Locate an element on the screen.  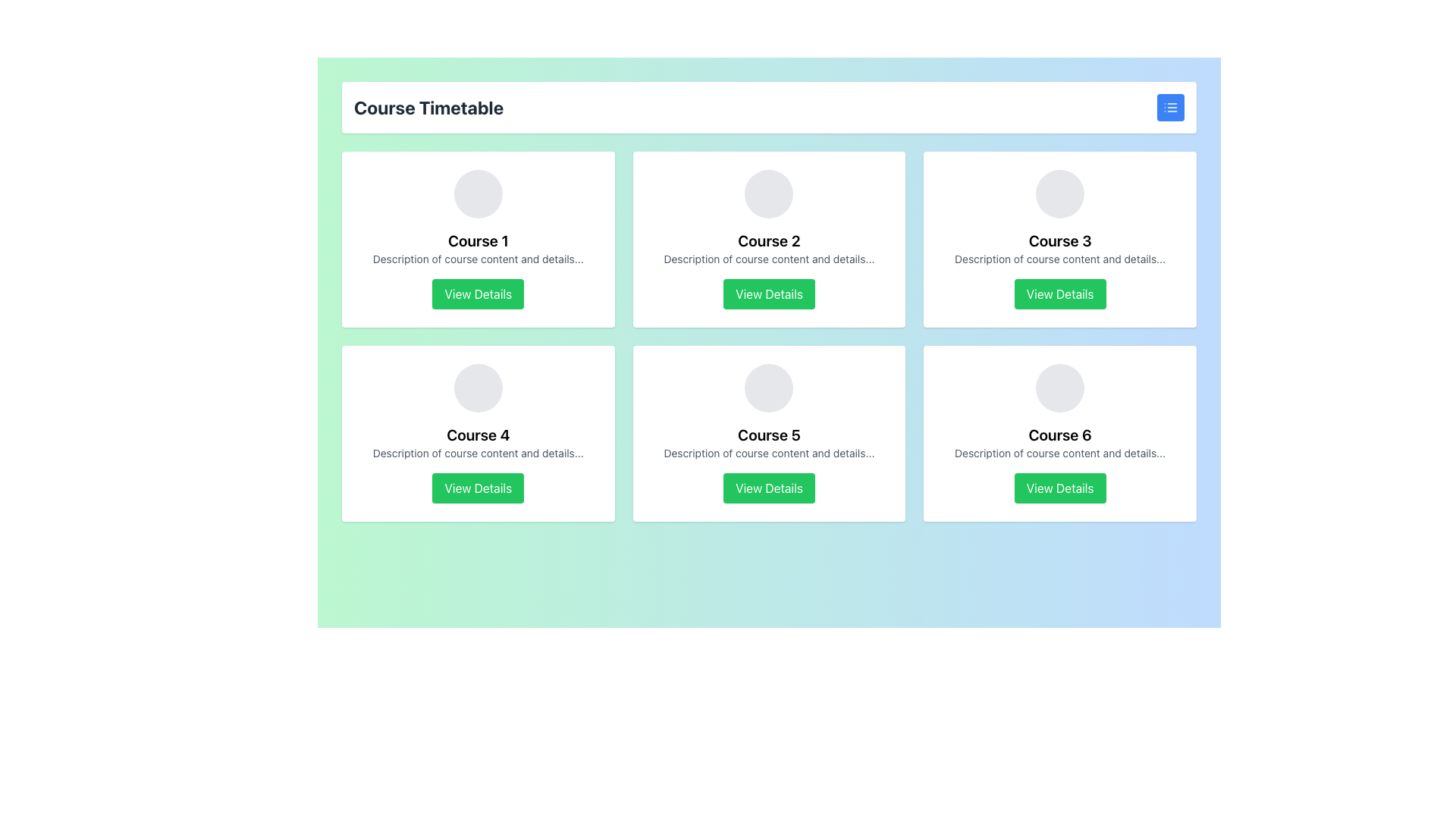
the button that initiates an action is located at coordinates (477, 488).